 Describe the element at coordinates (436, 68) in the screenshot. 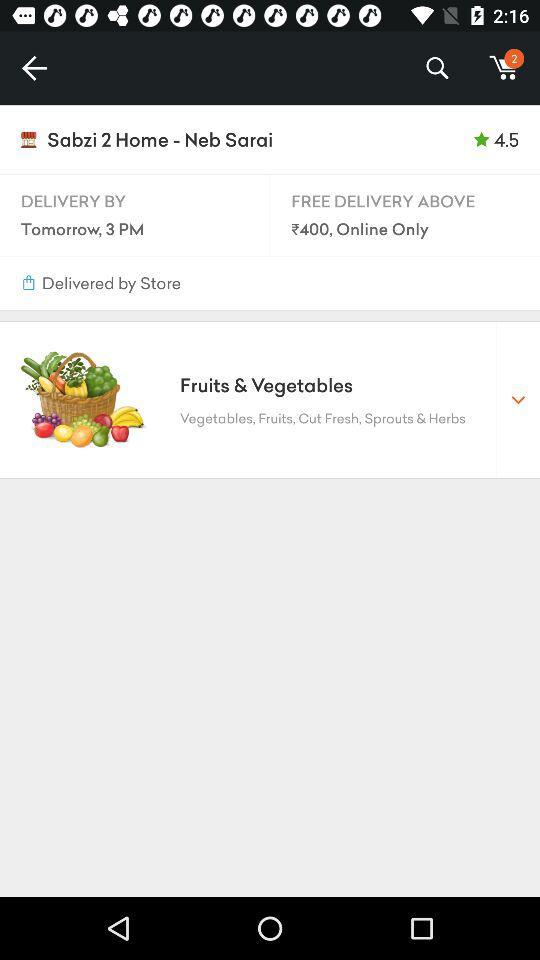

I see `icon to the left of m` at that location.